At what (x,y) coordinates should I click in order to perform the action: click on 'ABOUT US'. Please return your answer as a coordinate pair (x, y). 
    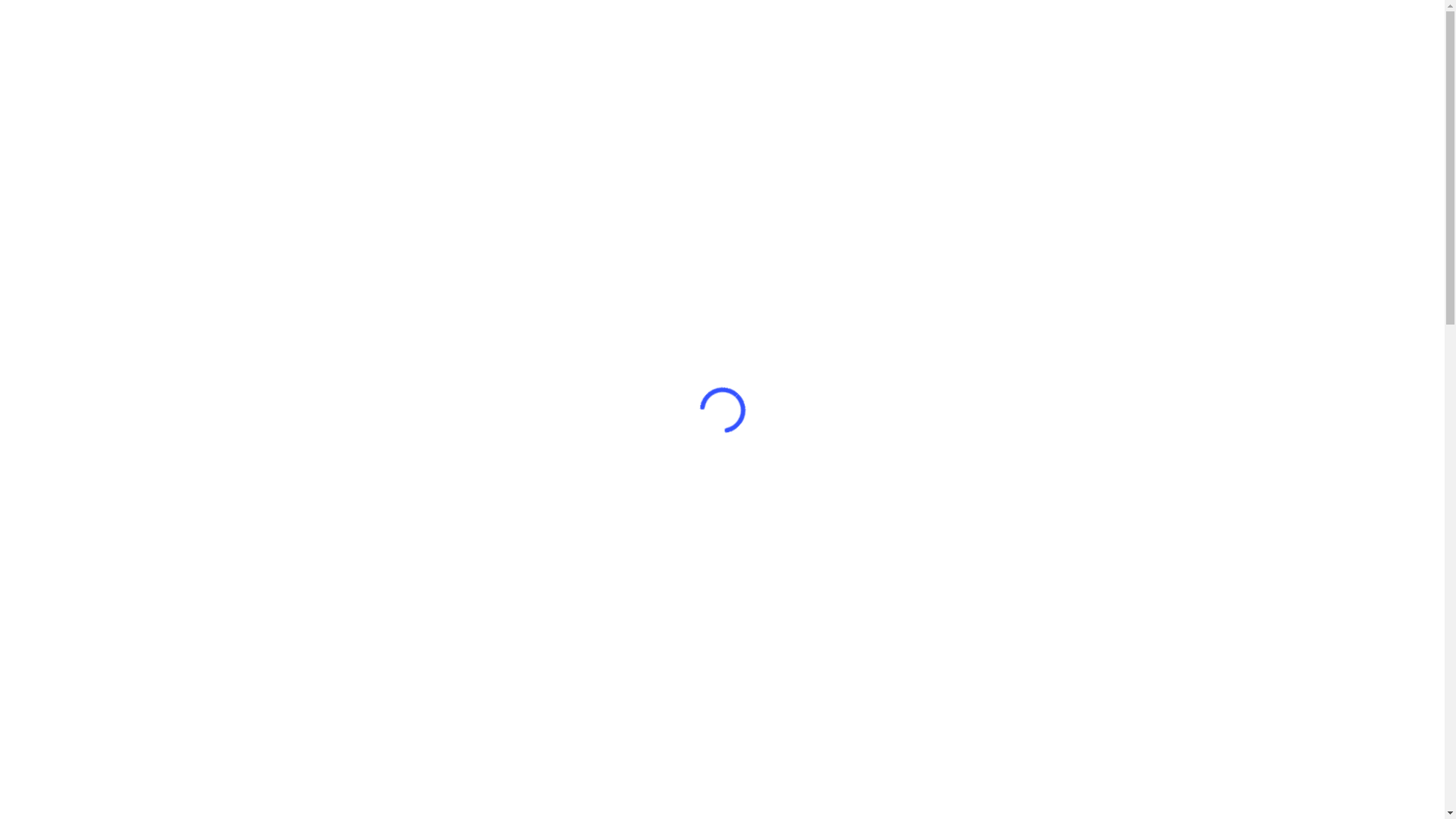
    Looking at the image, I should click on (944, 58).